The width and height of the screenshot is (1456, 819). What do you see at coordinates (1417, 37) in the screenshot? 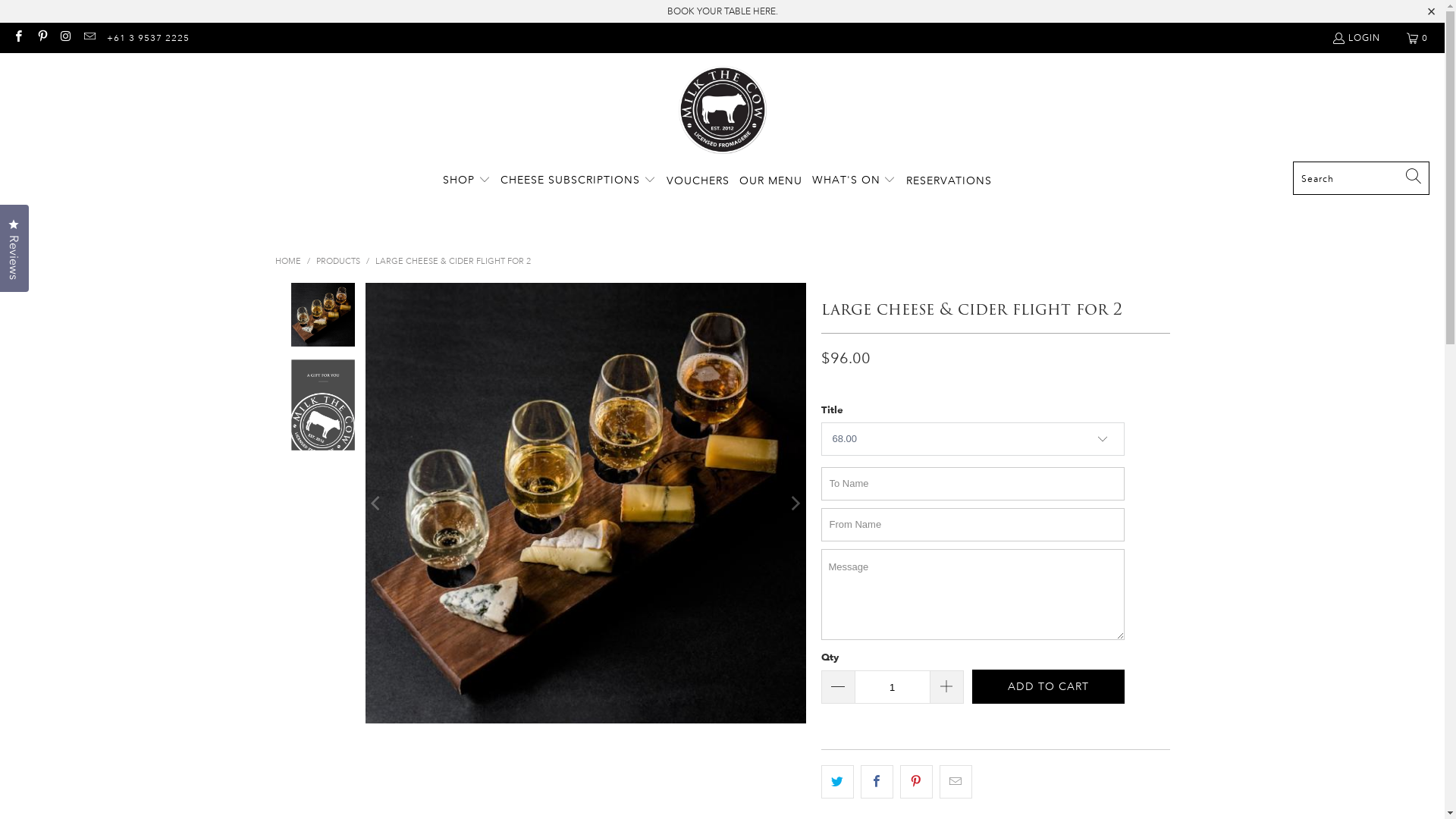
I see `'0'` at bounding box center [1417, 37].